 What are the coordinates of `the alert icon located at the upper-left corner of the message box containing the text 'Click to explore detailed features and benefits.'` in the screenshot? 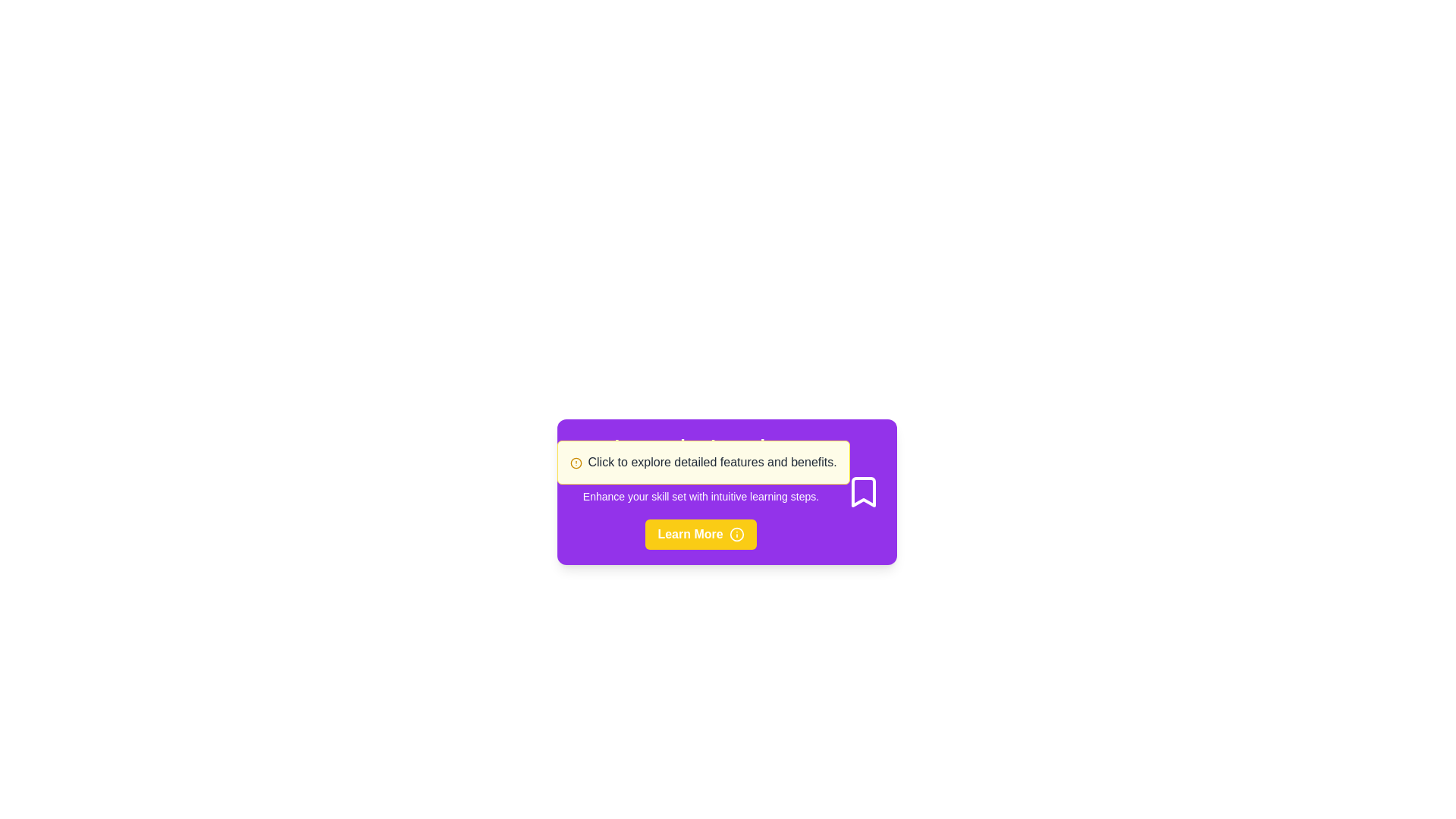 It's located at (575, 462).